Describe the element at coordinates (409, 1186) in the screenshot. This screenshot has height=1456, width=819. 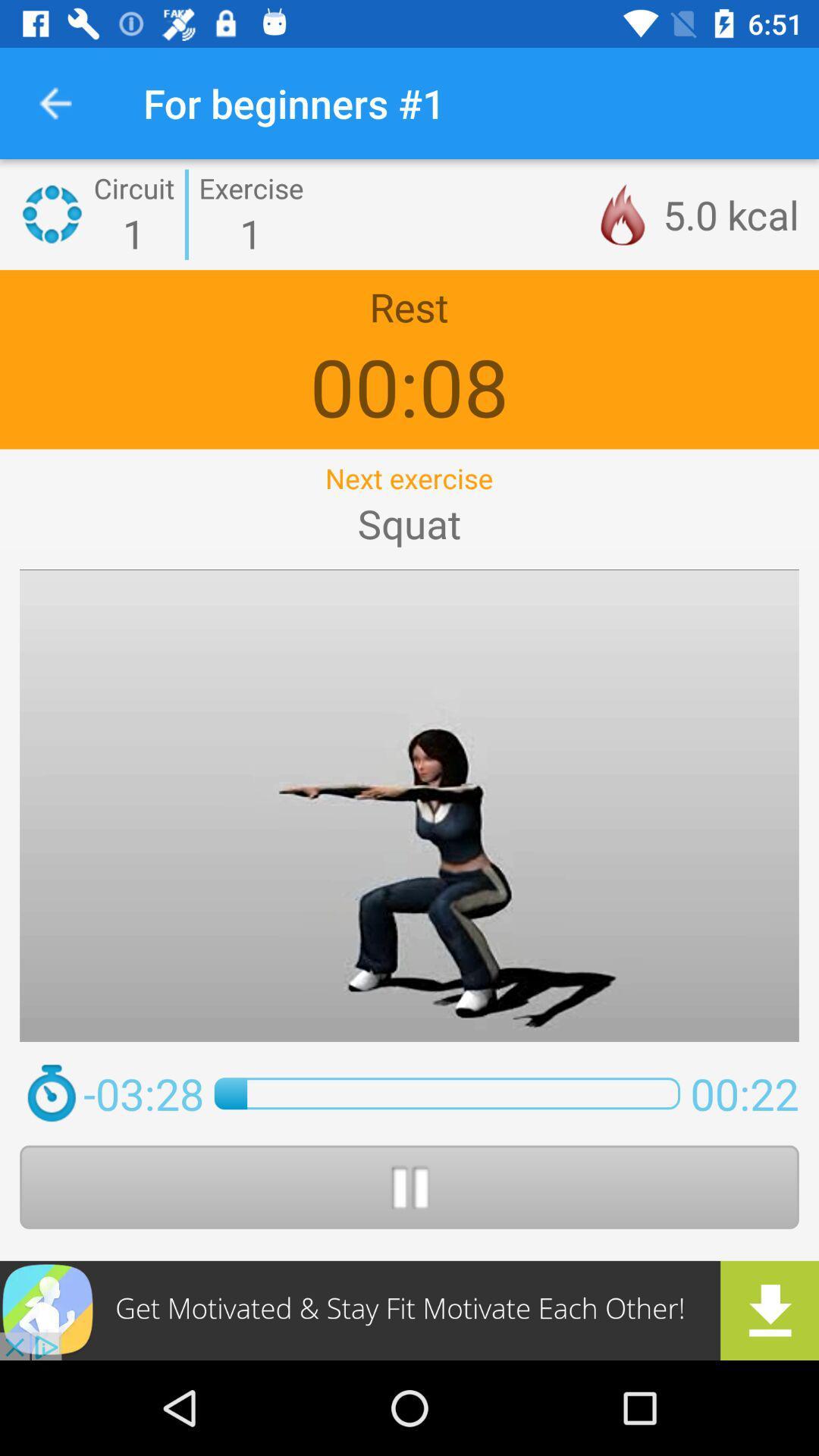
I see `turn video on` at that location.